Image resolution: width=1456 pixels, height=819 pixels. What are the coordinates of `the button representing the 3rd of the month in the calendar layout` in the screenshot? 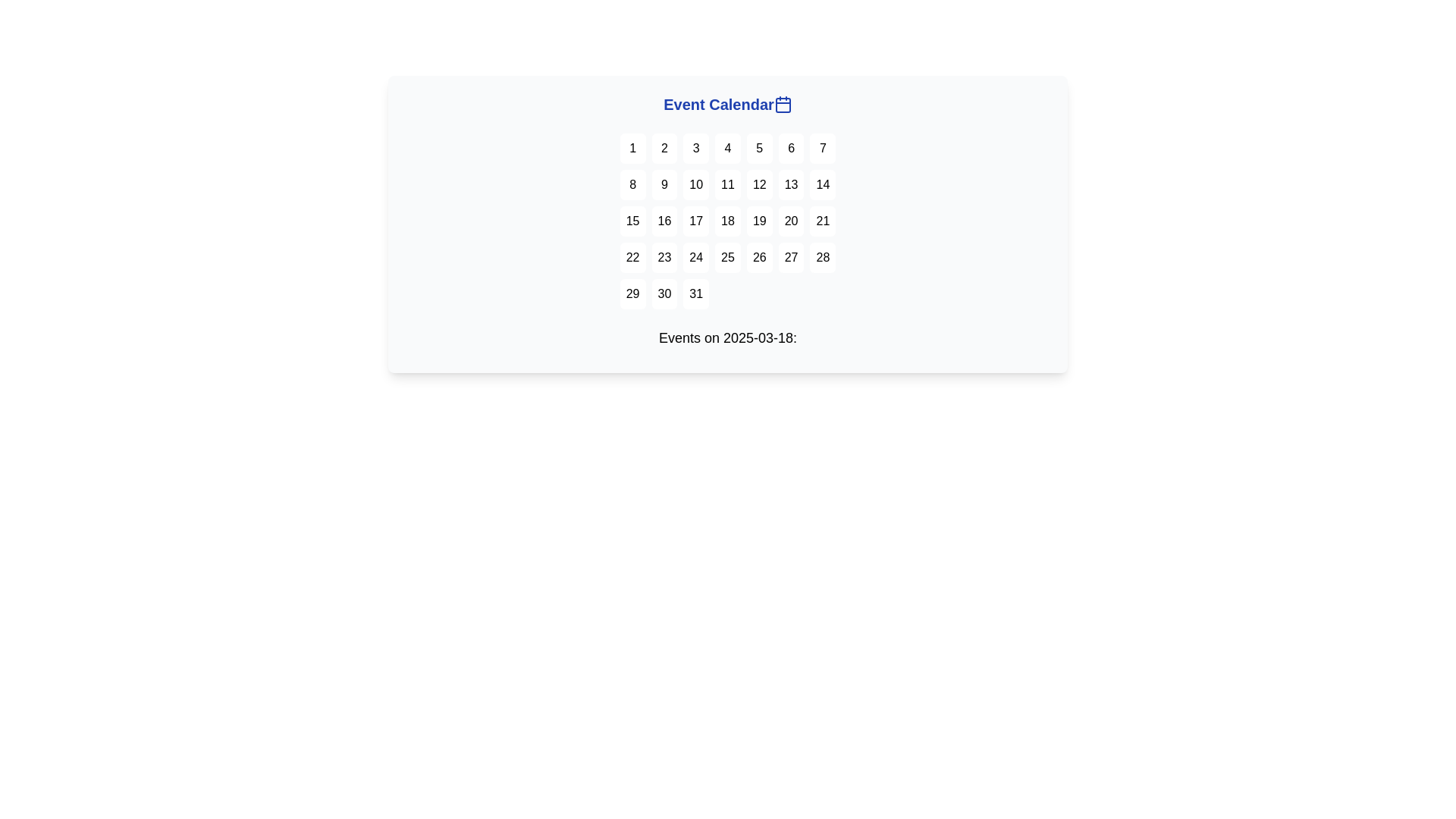 It's located at (695, 149).